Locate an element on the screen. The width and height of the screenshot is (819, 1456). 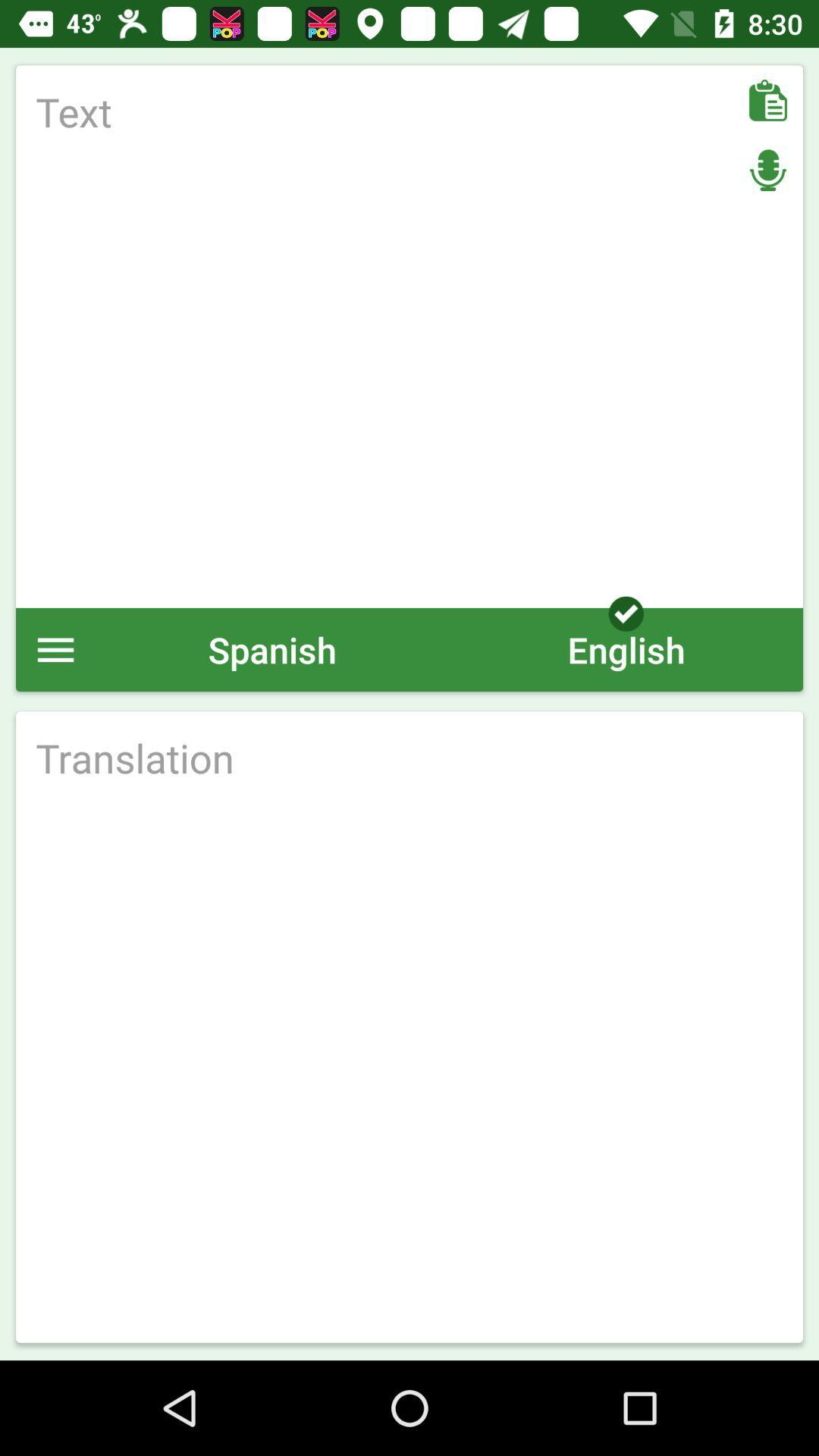
options menu is located at coordinates (55, 649).